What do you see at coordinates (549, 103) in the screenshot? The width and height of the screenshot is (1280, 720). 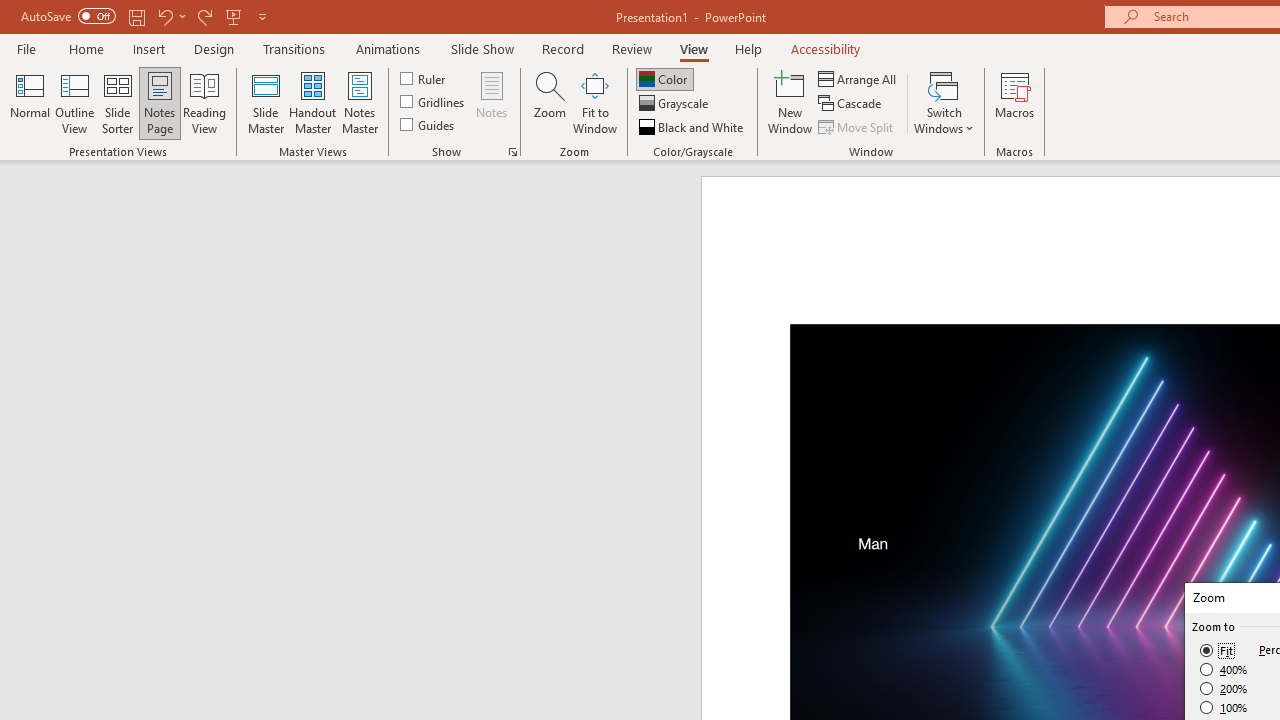 I see `'Zoom...'` at bounding box center [549, 103].